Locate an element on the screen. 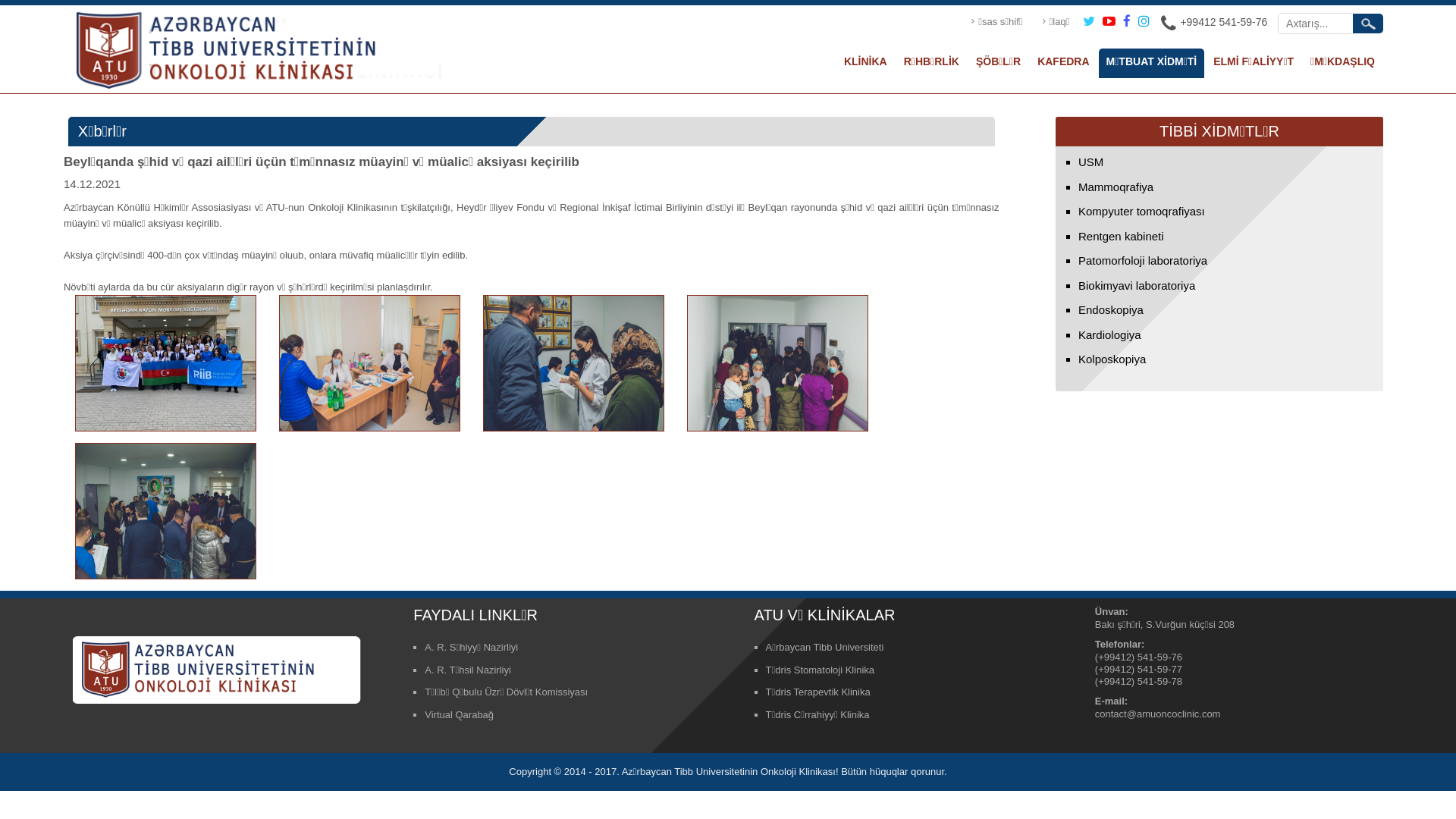 The image size is (1456, 819). 'Kardiologiya' is located at coordinates (1109, 333).